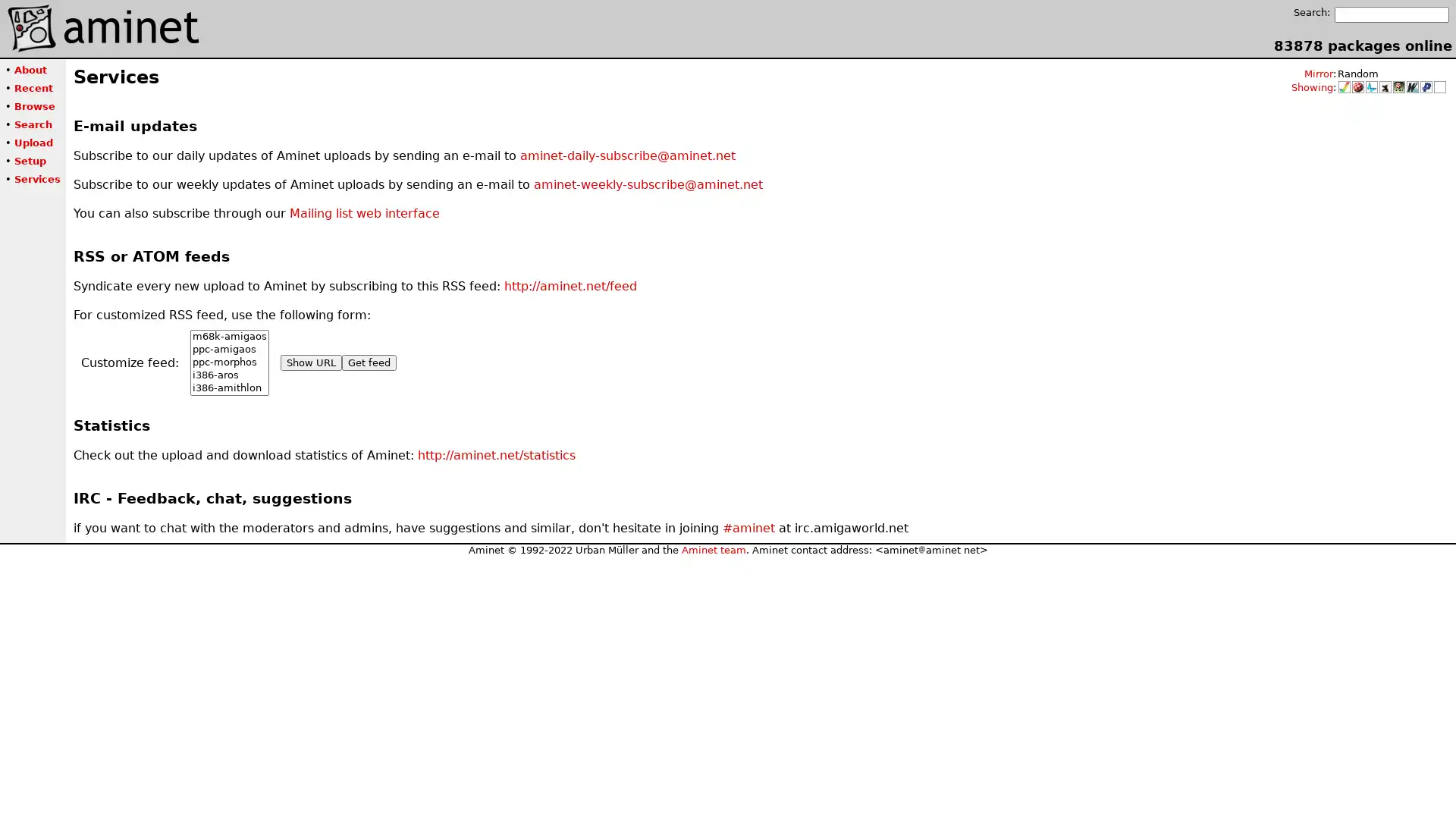 This screenshot has width=1456, height=819. What do you see at coordinates (369, 362) in the screenshot?
I see `Get feed` at bounding box center [369, 362].